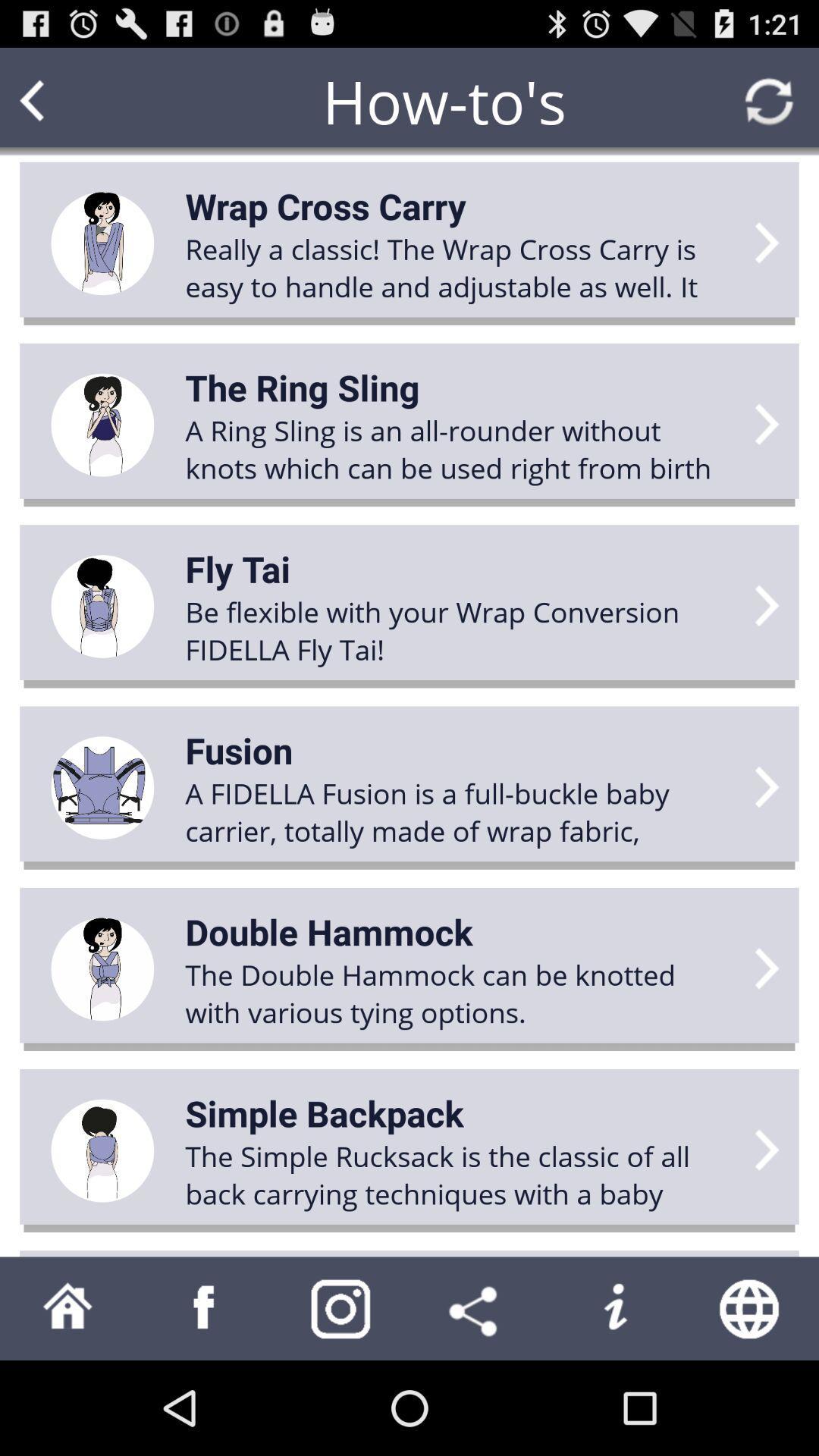 The image size is (819, 1456). I want to click on connect to web, so click(751, 1307).